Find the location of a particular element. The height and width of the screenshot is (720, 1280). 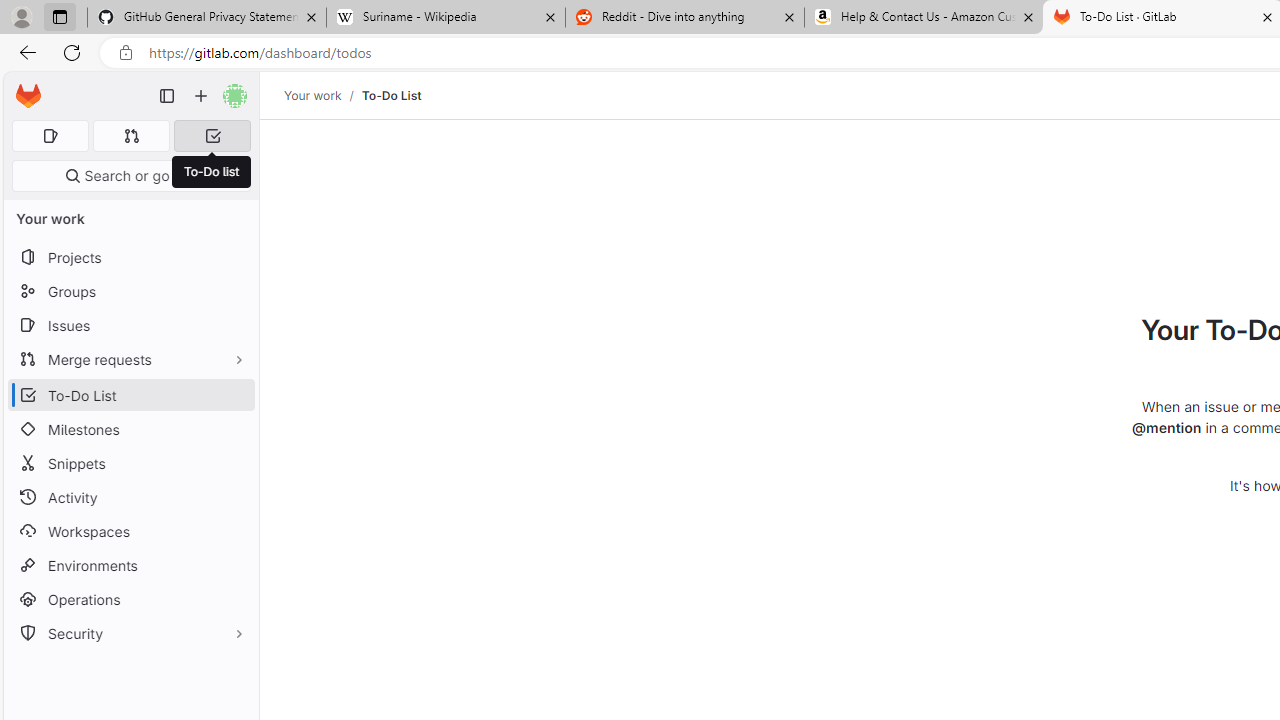

'Primary navigation sidebar' is located at coordinates (167, 96).